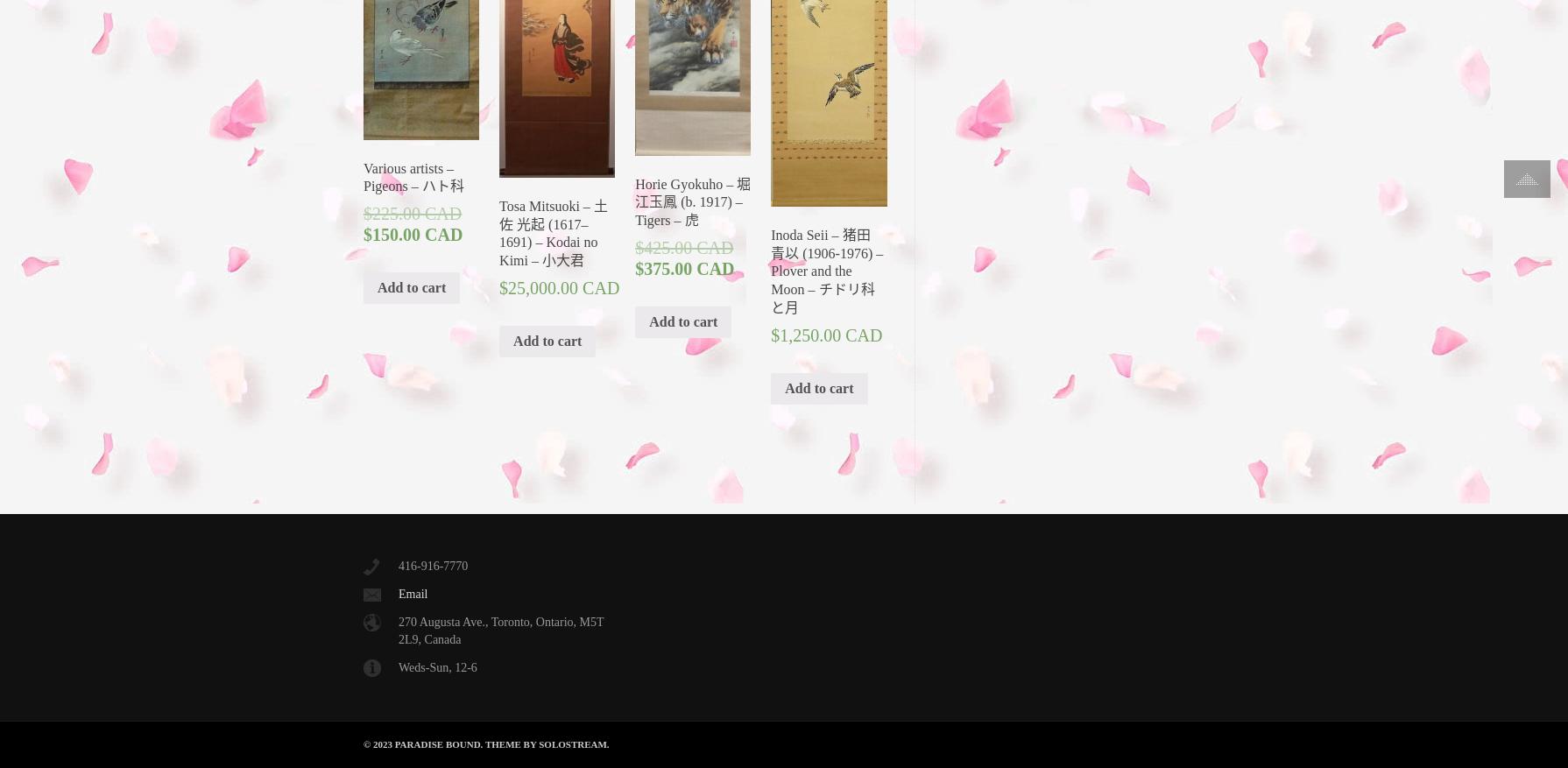 The image size is (1568, 768). I want to click on '375.00 CAD', so click(688, 268).